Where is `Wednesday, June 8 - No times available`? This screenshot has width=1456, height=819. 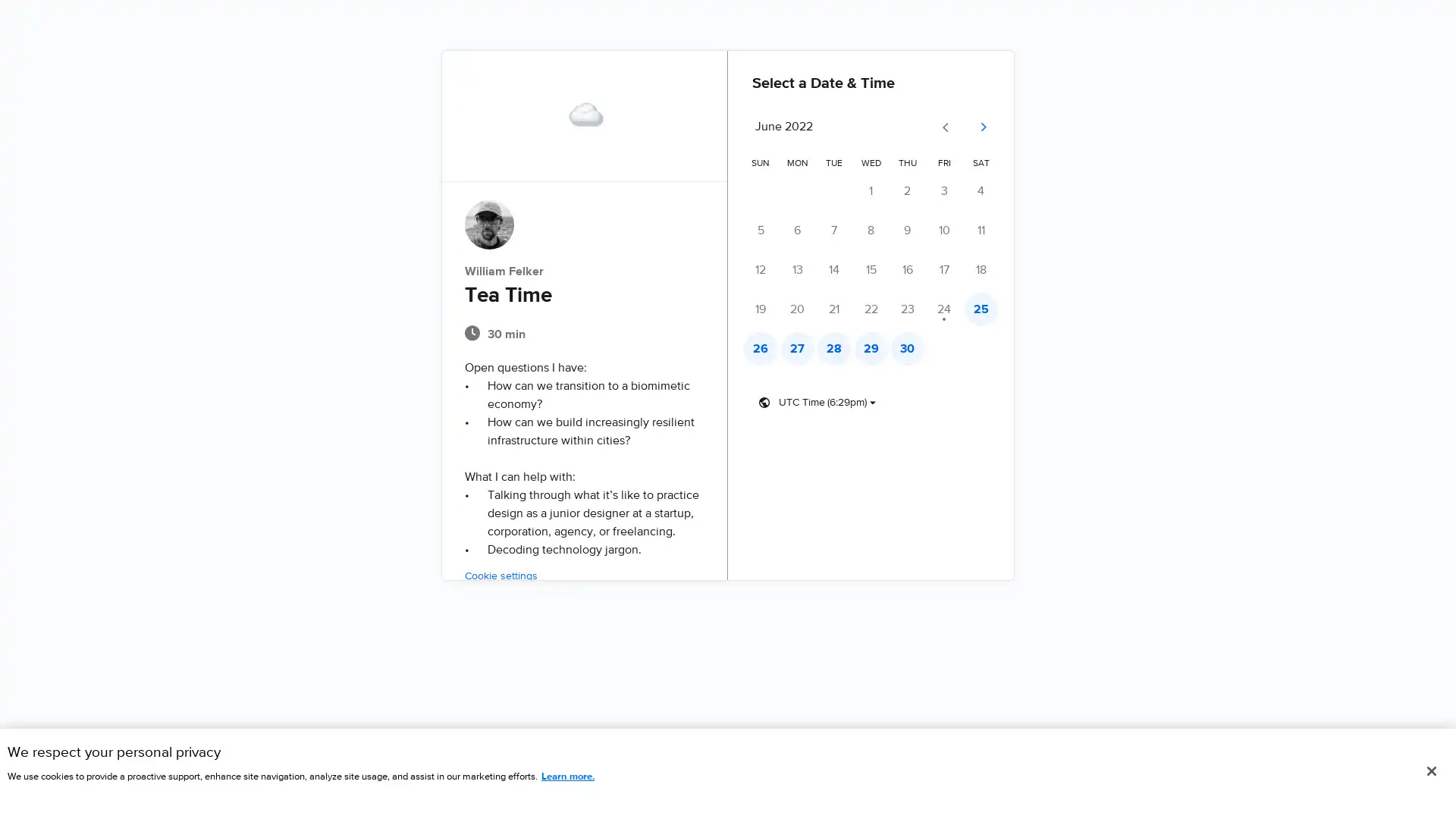 Wednesday, June 8 - No times available is located at coordinates (878, 231).